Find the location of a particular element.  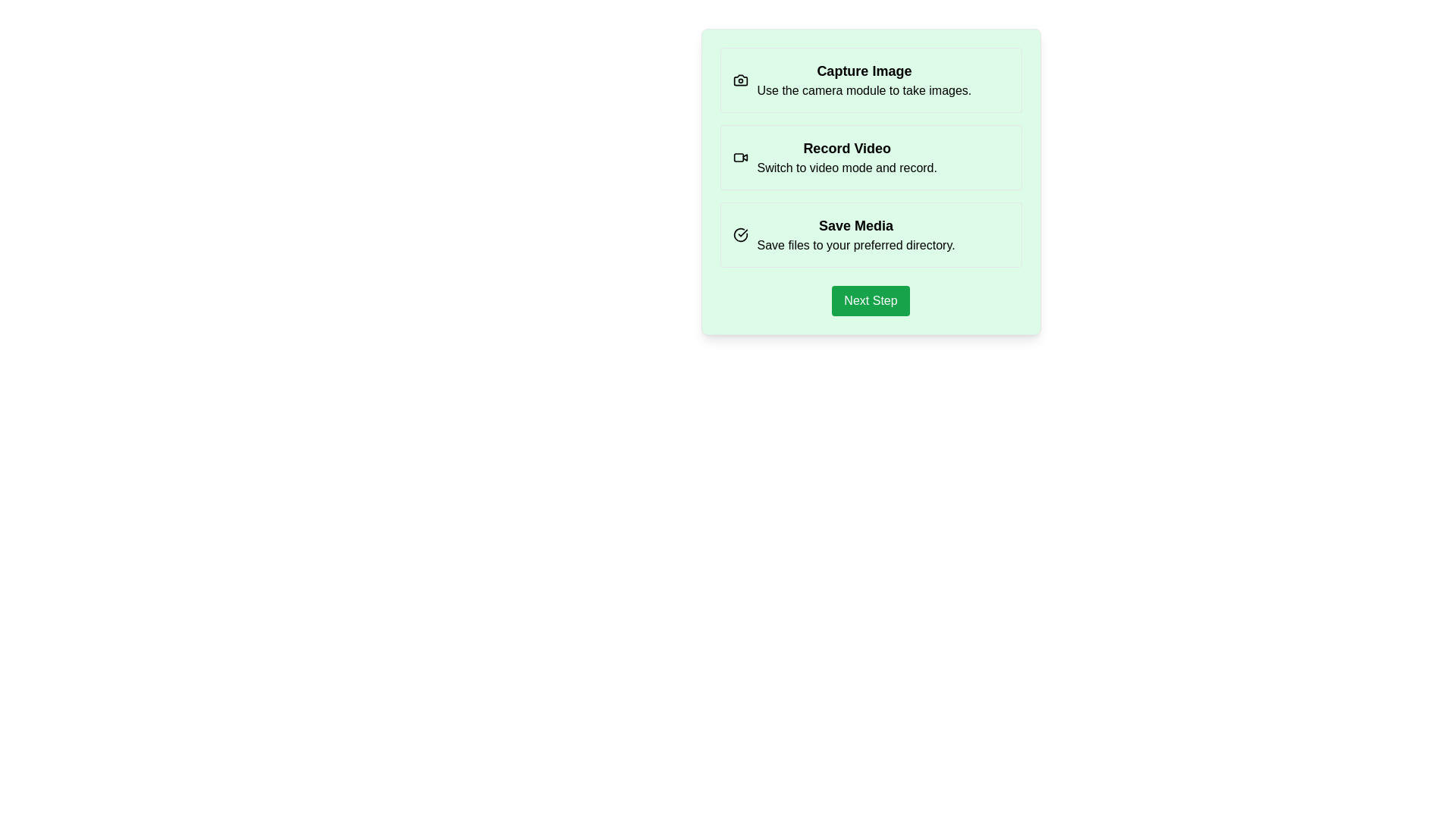

the 'Record Video' text label which describes the associated functionality within the interface is located at coordinates (846, 149).